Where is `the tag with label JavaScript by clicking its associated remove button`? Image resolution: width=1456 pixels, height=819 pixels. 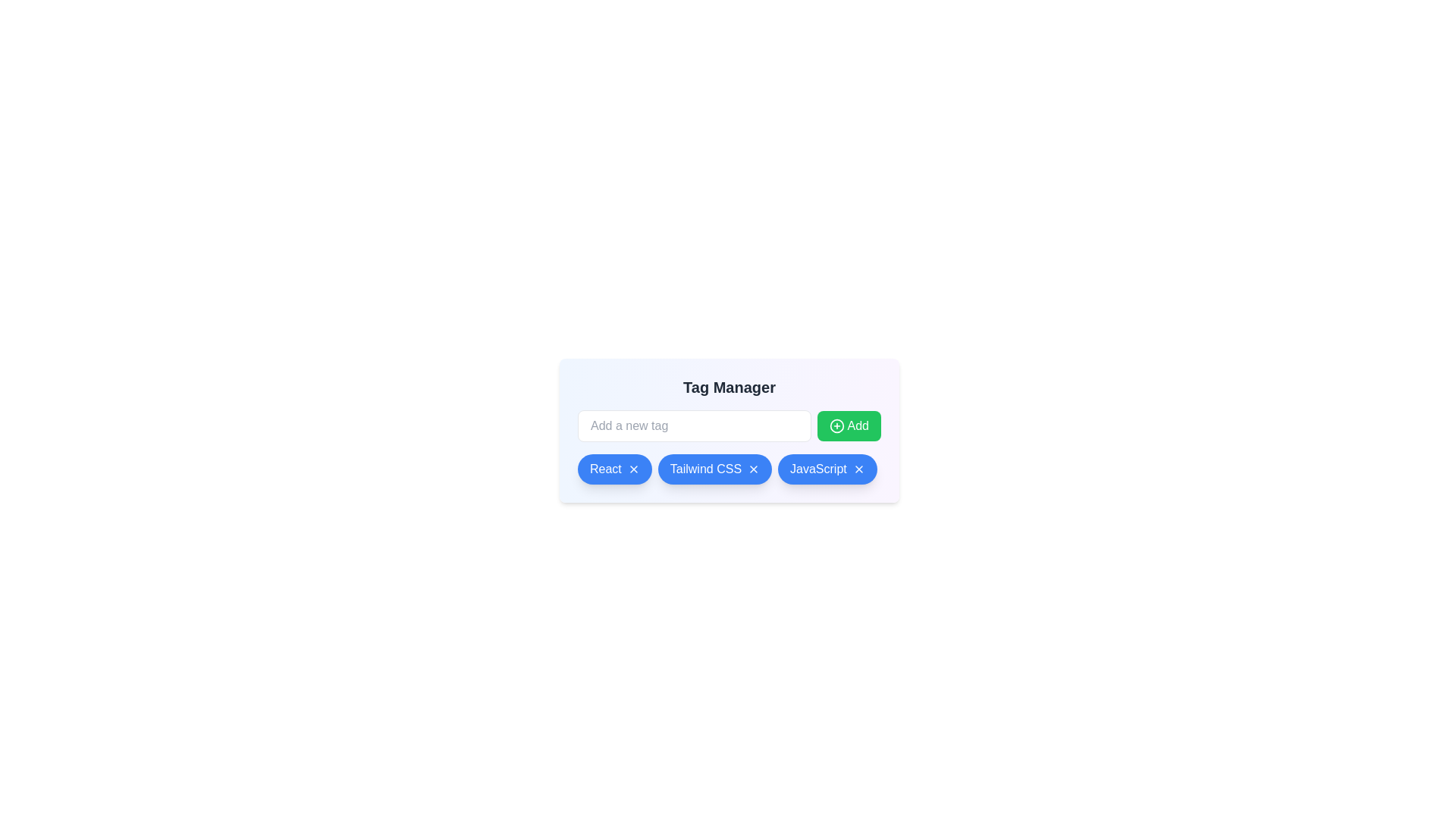 the tag with label JavaScript by clicking its associated remove button is located at coordinates (858, 468).